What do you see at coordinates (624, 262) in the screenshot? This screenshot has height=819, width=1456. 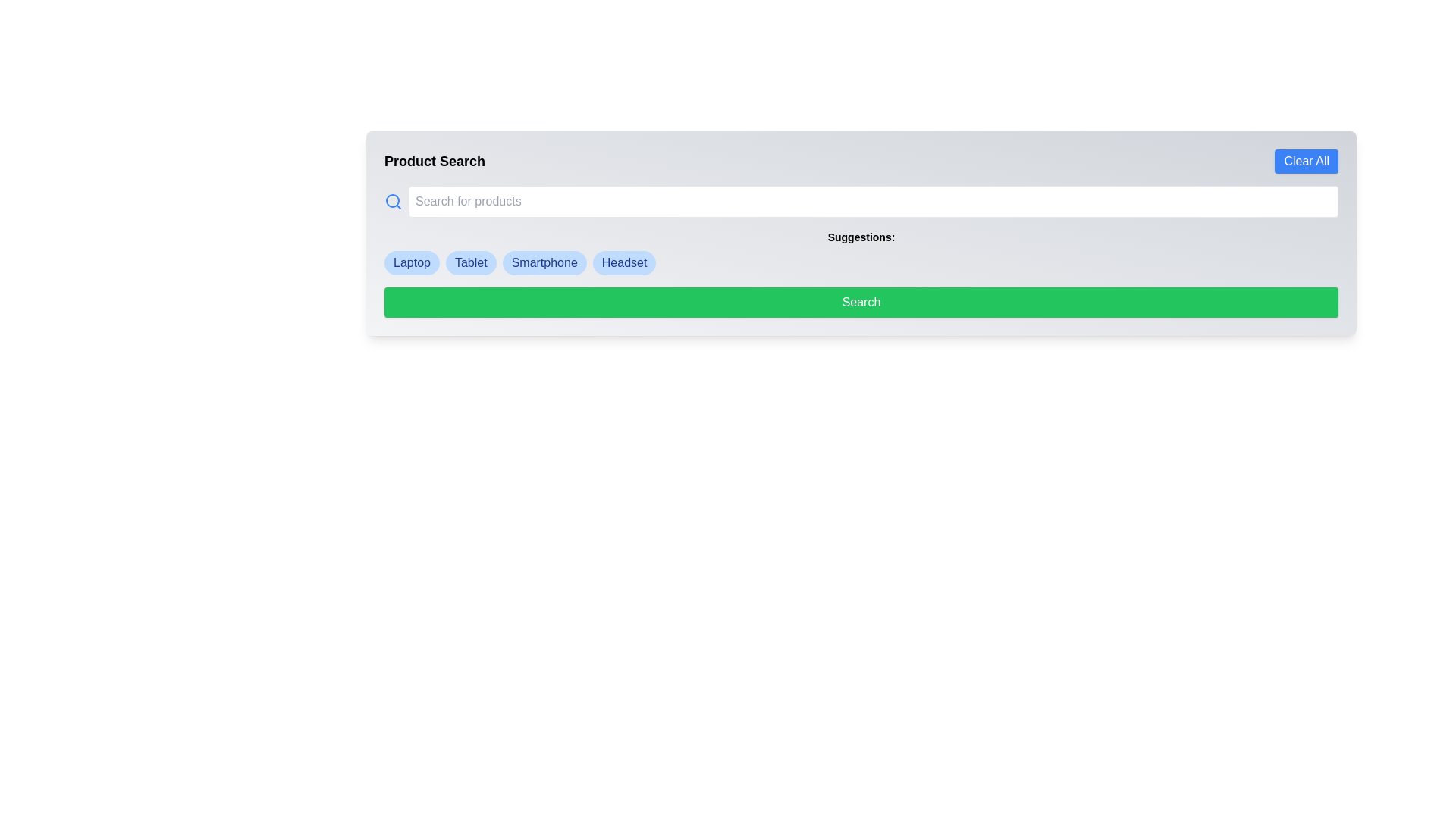 I see `the 'Headset' selectable category tag located in the fourth position of a horizontal list of tags, which includes 'Laptop,' 'Tablet,' 'Smartphone,' and 'Headset.'` at bounding box center [624, 262].